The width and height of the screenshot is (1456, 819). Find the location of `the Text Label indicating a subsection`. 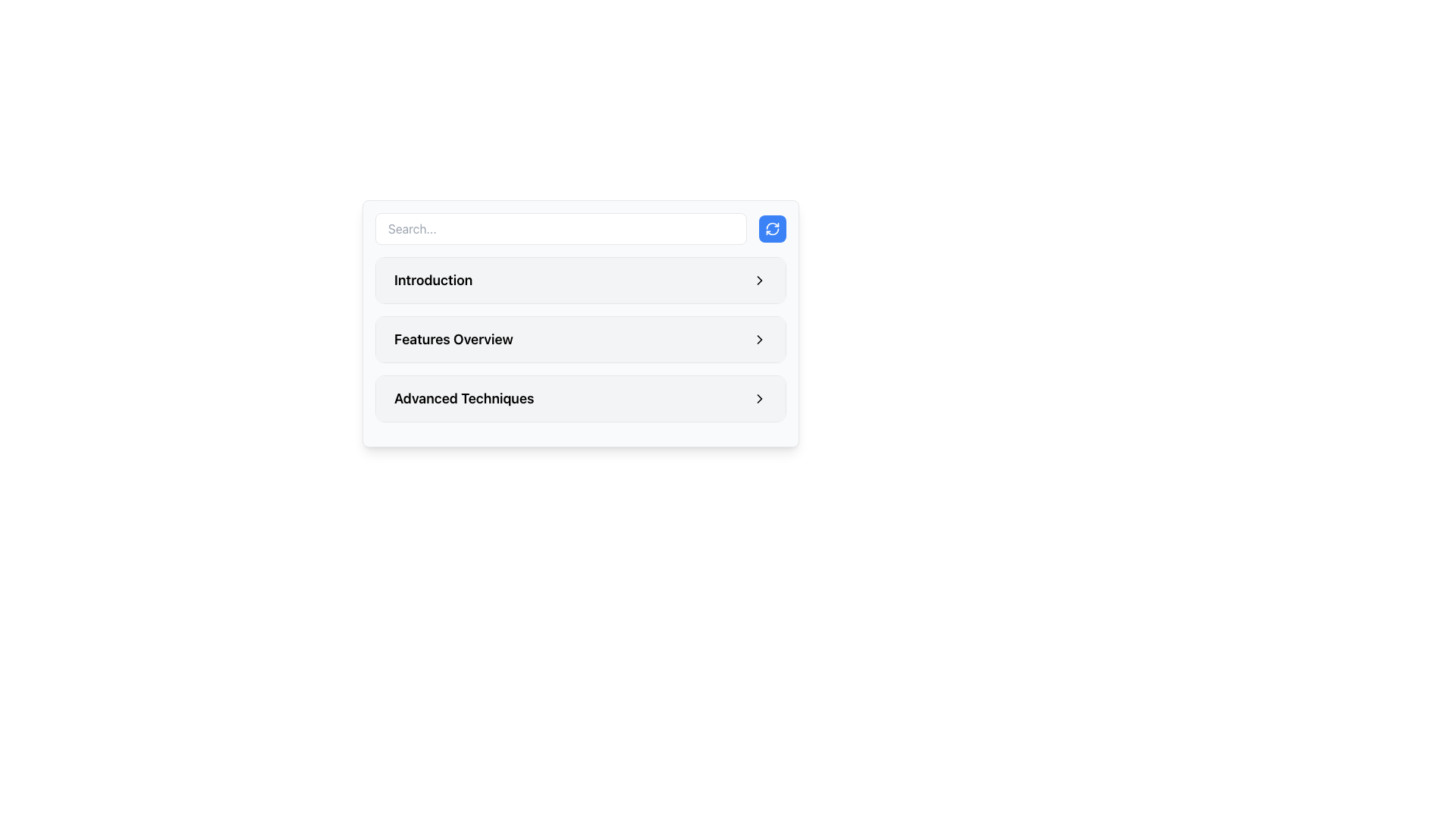

the Text Label indicating a subsection is located at coordinates (463, 397).